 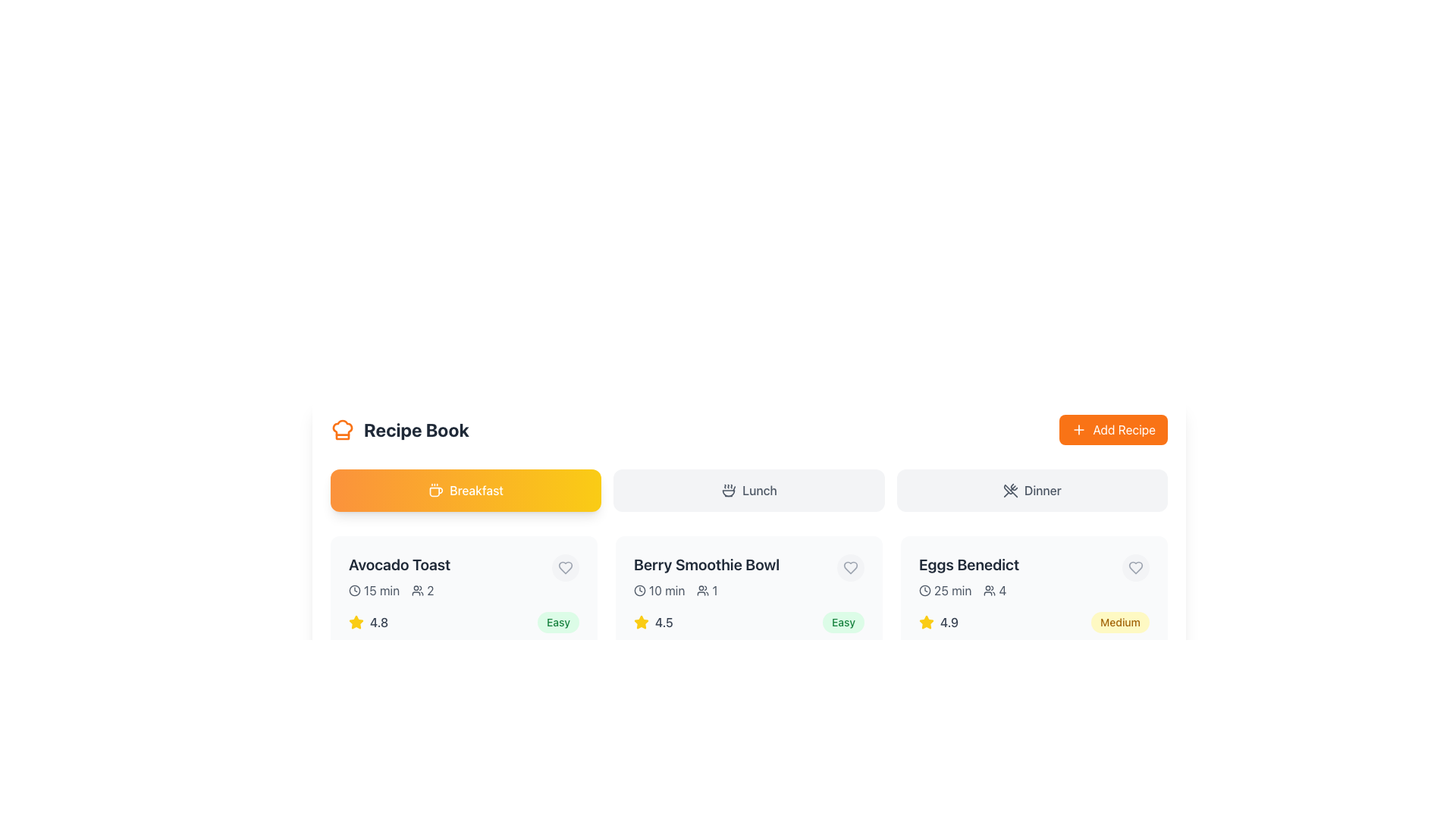 I want to click on the compact label displaying a clock icon followed by the text '25 min' in the details section of the third recipe card in the second row of the recipe list grid, so click(x=944, y=590).